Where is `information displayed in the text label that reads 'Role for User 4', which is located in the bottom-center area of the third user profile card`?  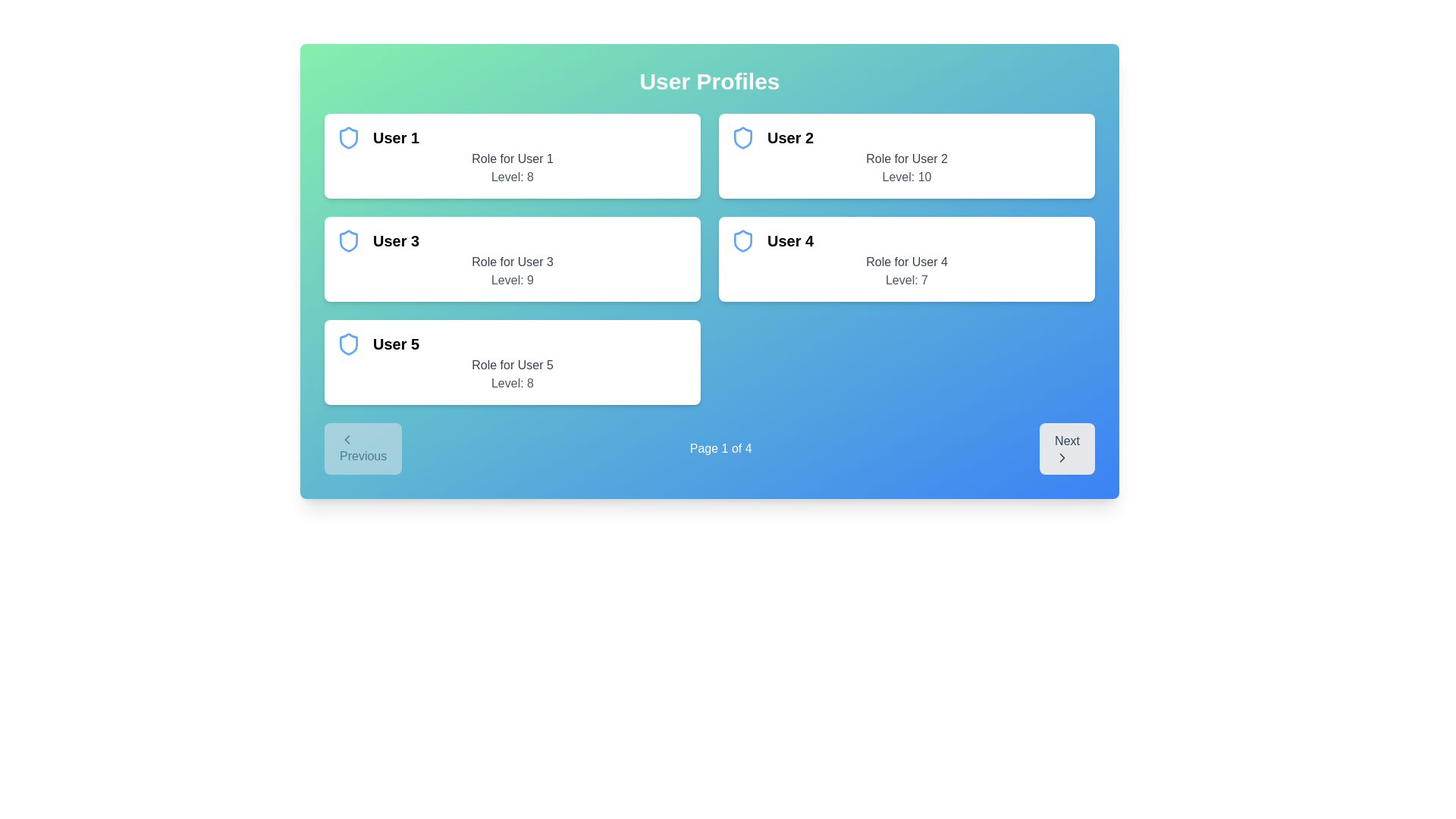 information displayed in the text label that reads 'Role for User 4', which is located in the bottom-center area of the third user profile card is located at coordinates (906, 262).